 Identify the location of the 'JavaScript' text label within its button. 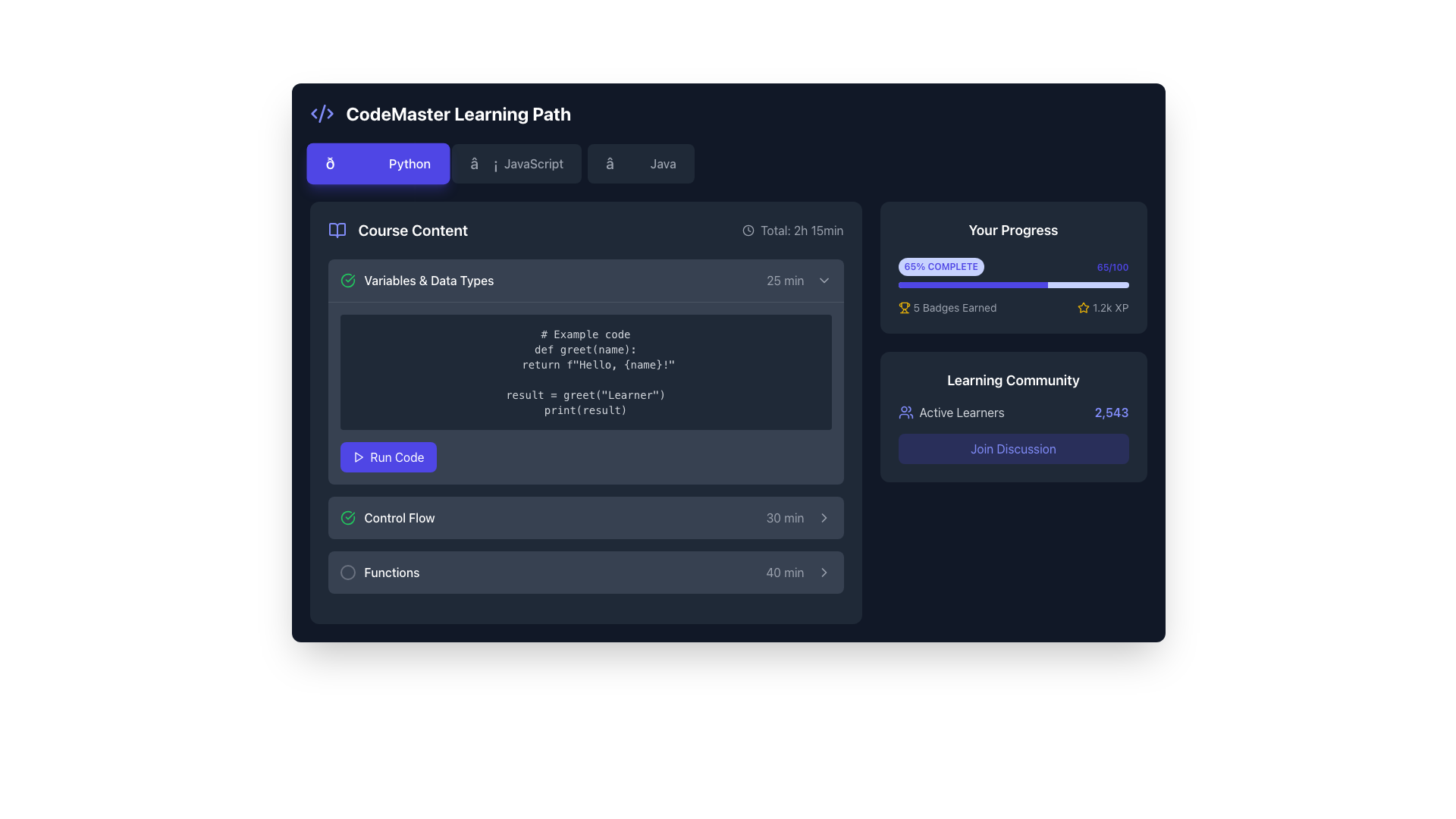
(534, 164).